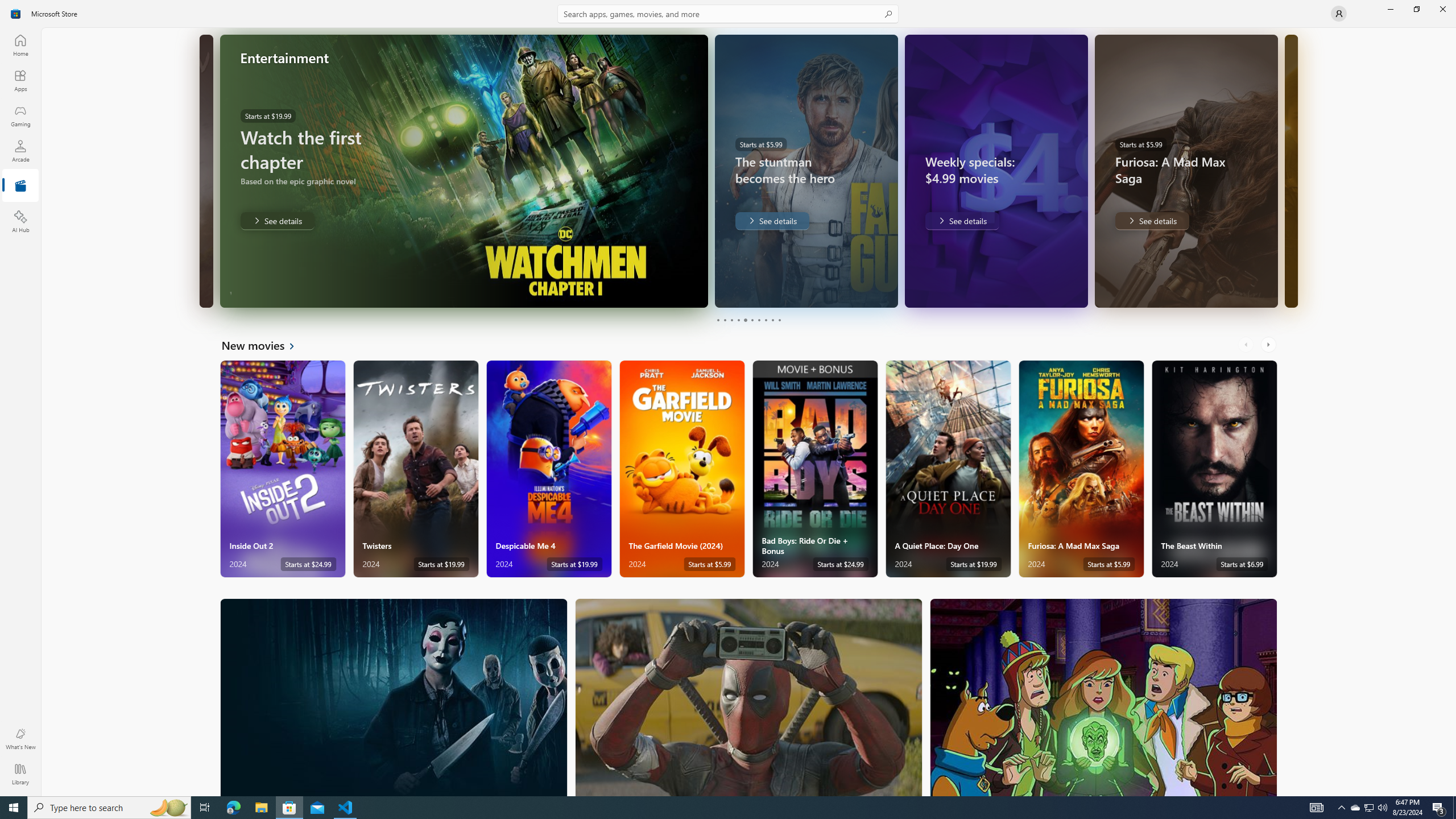  Describe the element at coordinates (19, 115) in the screenshot. I see `'Gaming'` at that location.